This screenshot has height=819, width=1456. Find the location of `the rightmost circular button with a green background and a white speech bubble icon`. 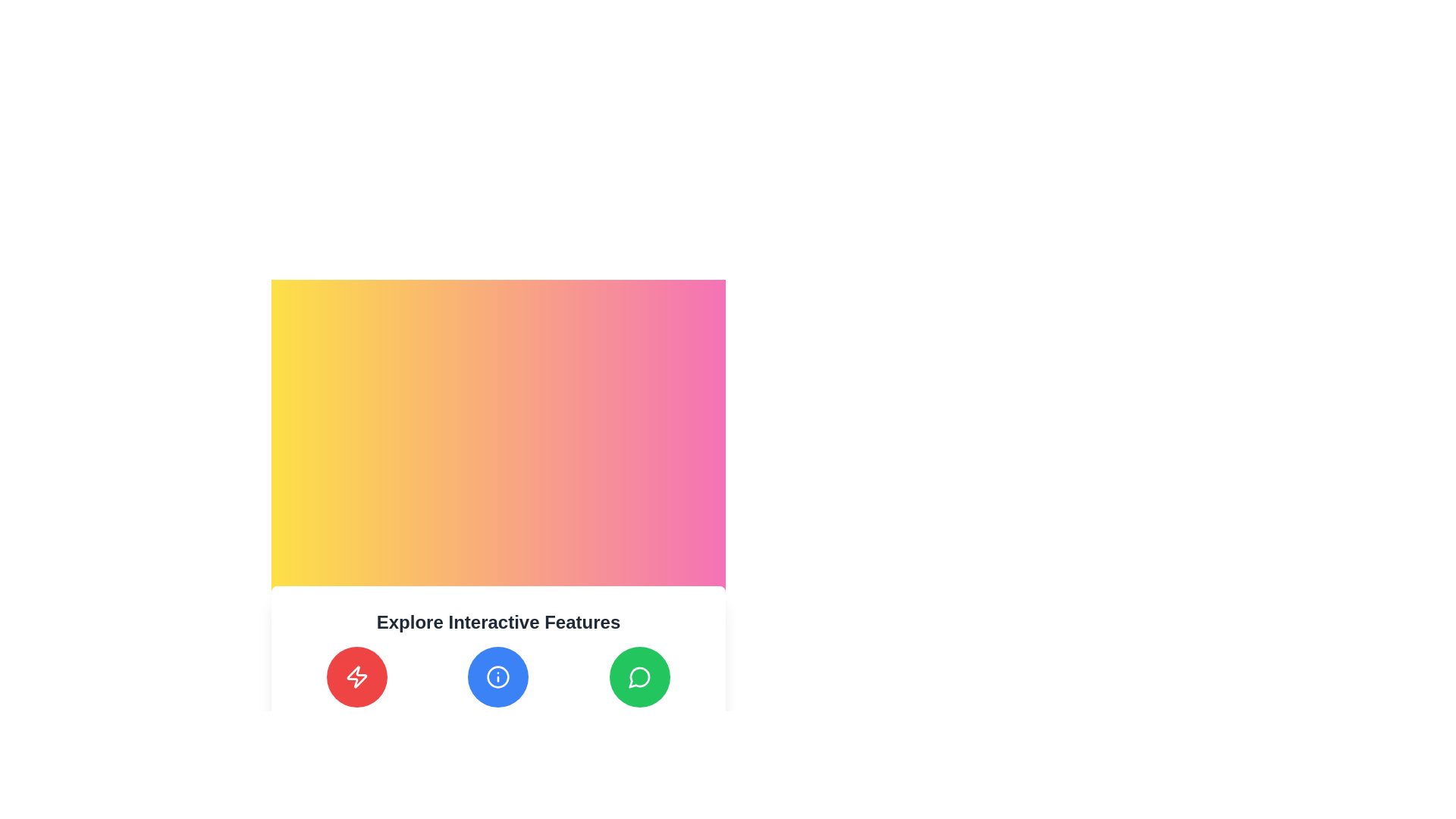

the rightmost circular button with a green background and a white speech bubble icon is located at coordinates (639, 676).